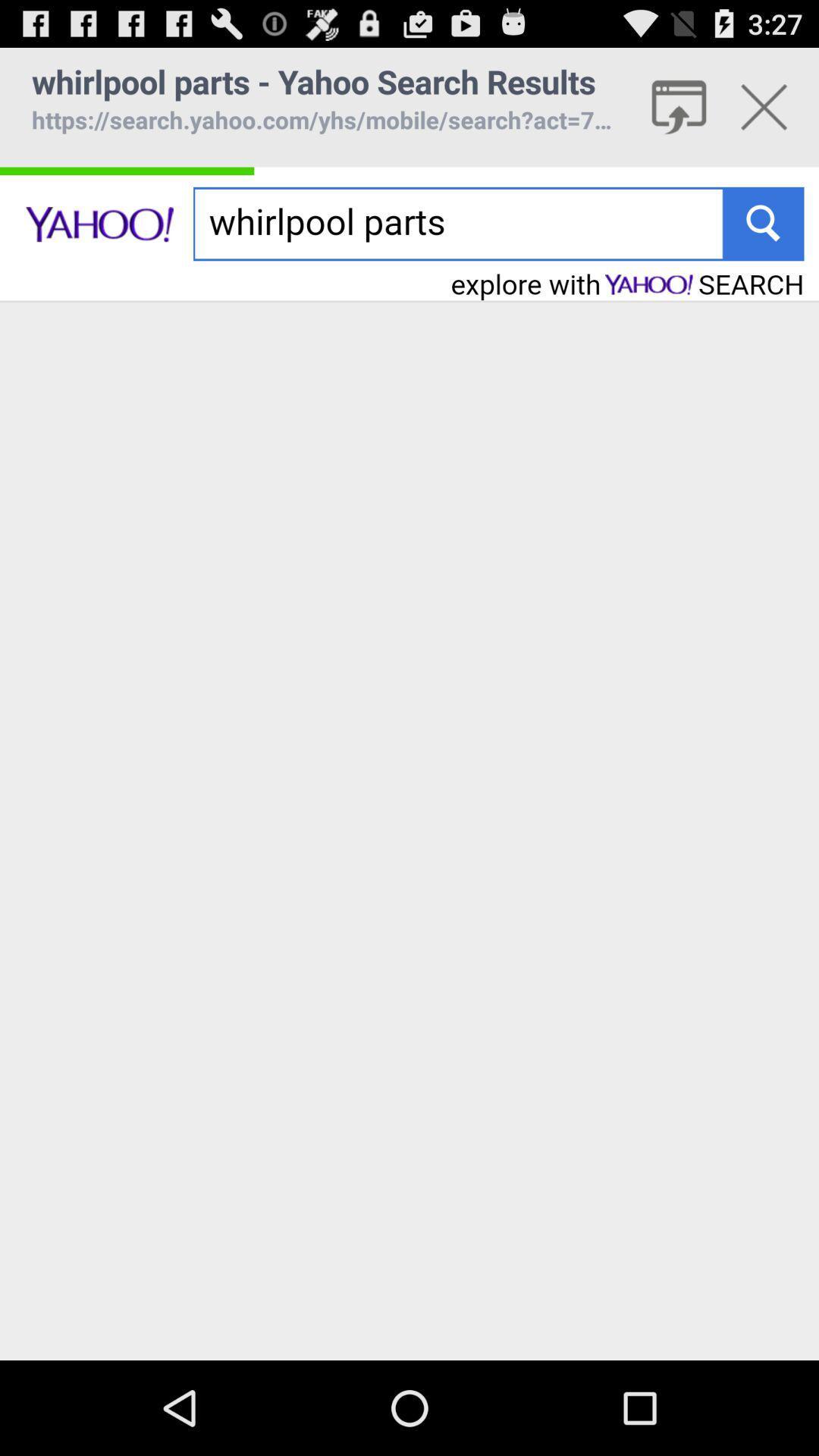 The width and height of the screenshot is (819, 1456). I want to click on the close icon, so click(764, 114).